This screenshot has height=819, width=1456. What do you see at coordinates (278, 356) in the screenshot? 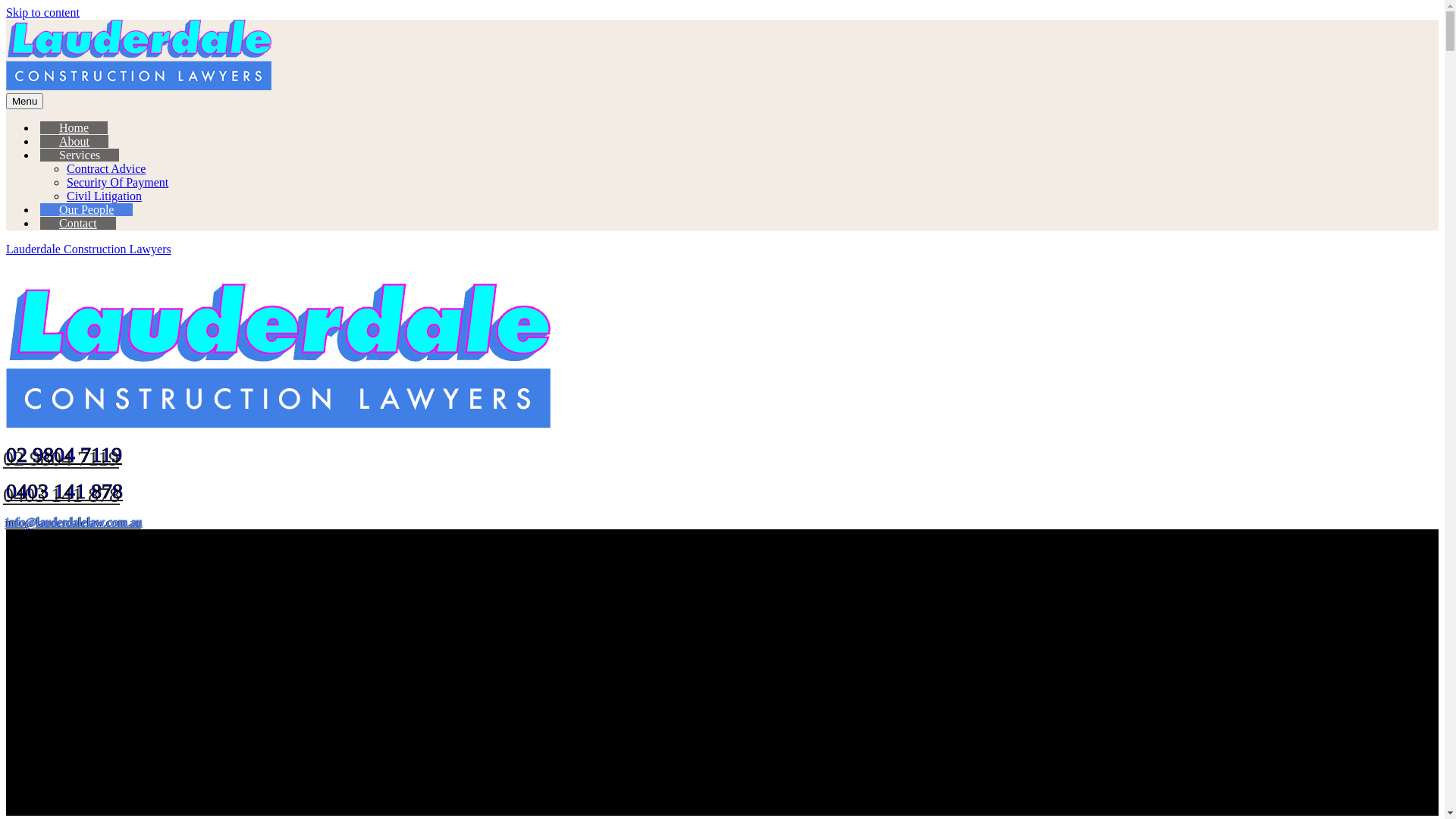
I see `'Lauderdale Construction Lawyers'` at bounding box center [278, 356].